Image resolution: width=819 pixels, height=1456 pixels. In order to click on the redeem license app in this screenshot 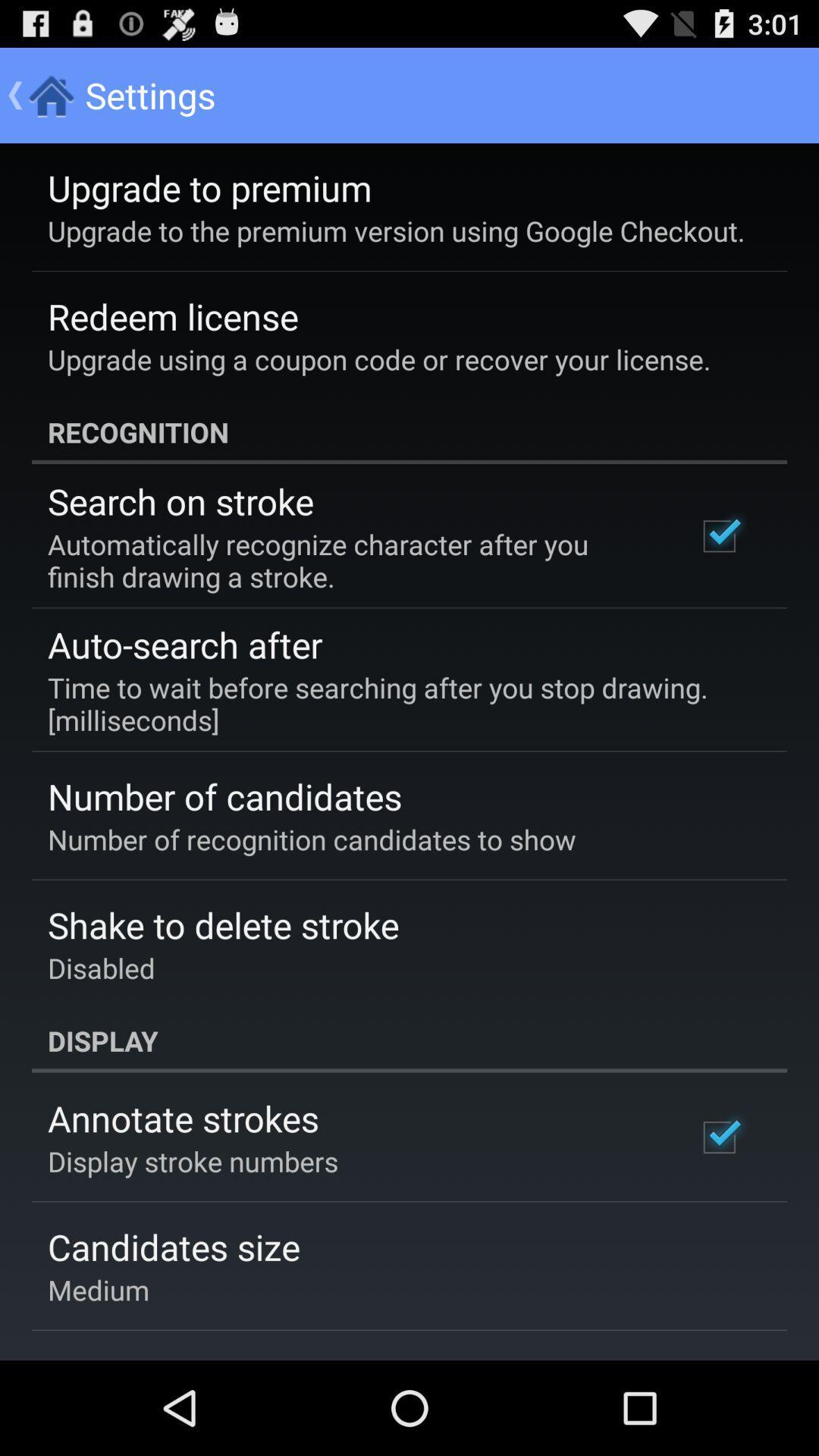, I will do `click(172, 315)`.